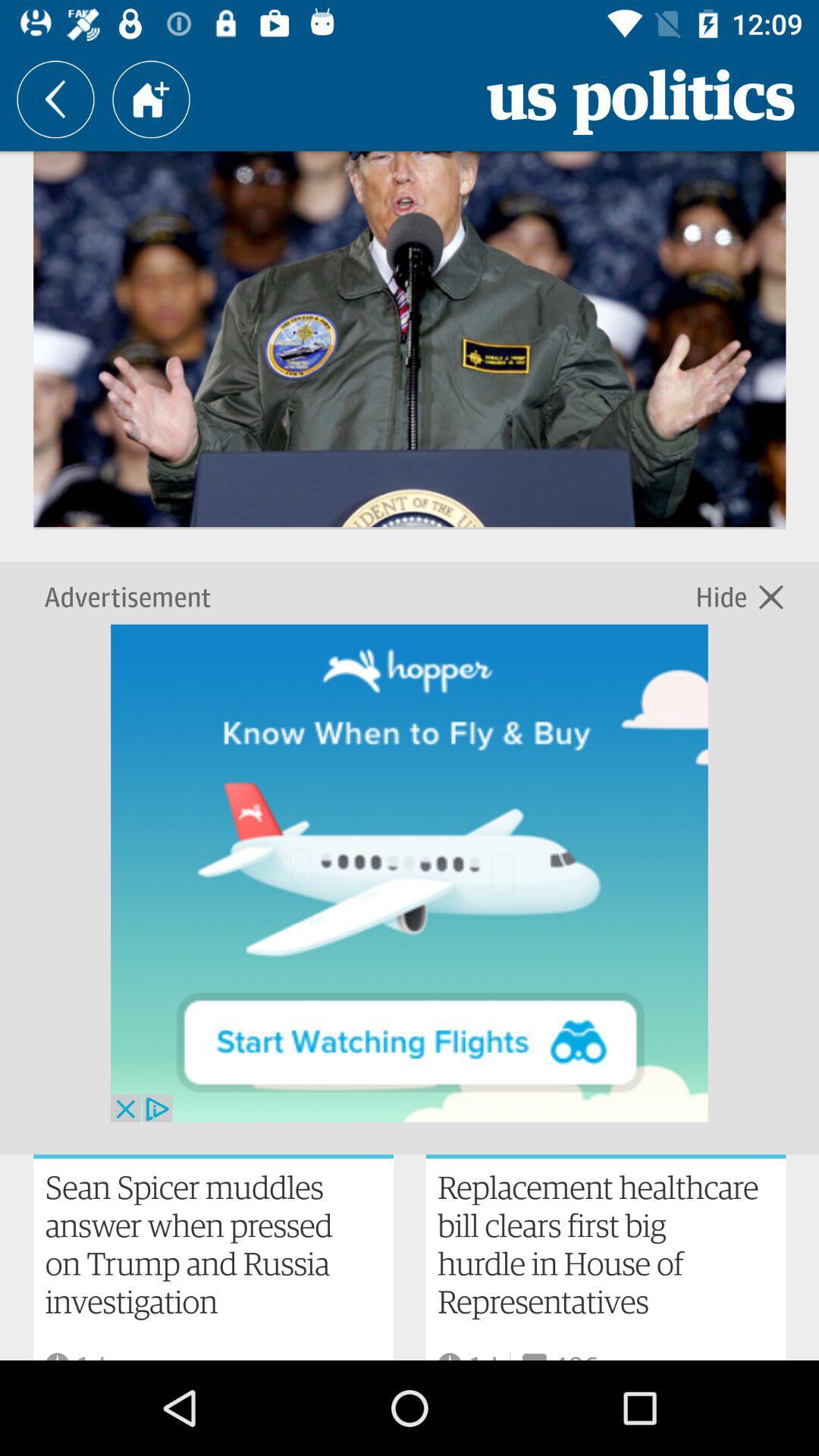 The height and width of the screenshot is (1456, 819). What do you see at coordinates (151, 99) in the screenshot?
I see `home icon which is right side of back option` at bounding box center [151, 99].